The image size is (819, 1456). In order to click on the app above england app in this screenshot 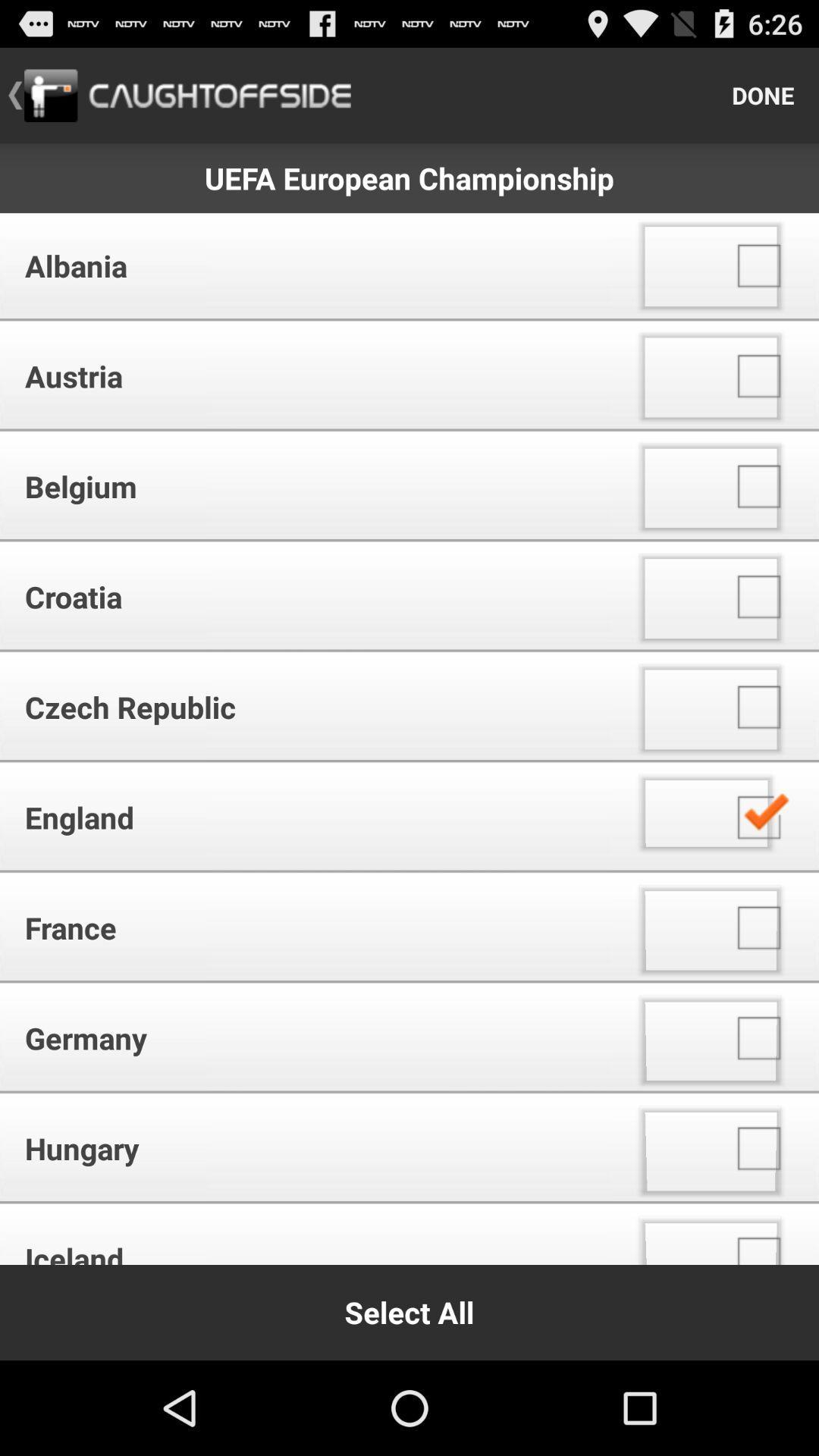, I will do `click(310, 706)`.